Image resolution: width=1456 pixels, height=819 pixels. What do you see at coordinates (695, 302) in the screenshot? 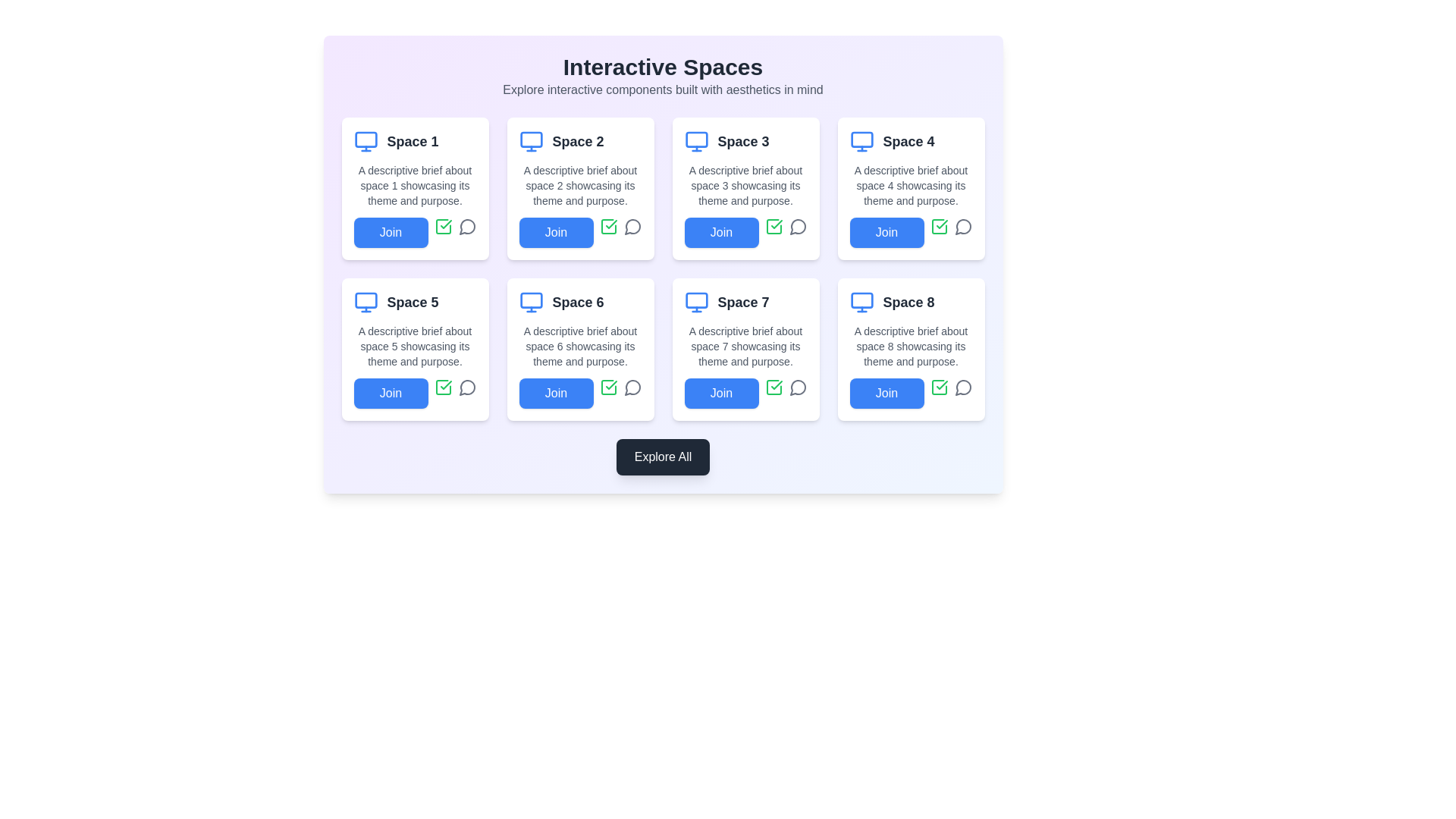
I see `the icon representing a monitor's functionality located near the top-left corner of the card labeled 'Space 7', positioned in the second row, third column, directly above the title text 'Space 7'` at bounding box center [695, 302].